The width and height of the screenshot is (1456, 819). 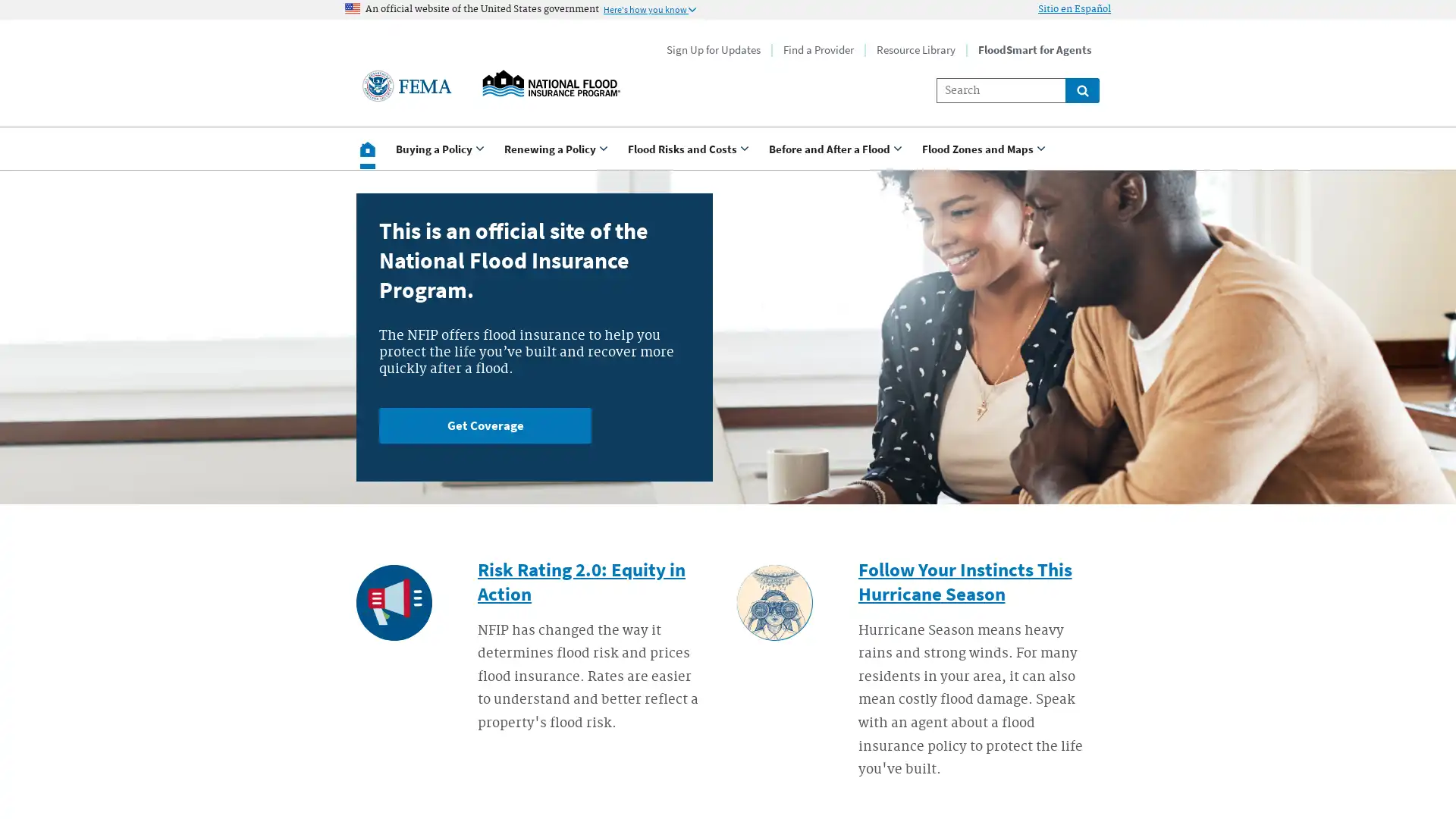 I want to click on Use <enter> and shift + <enter> to open and close the drop down to sub-menus, so click(x=557, y=148).